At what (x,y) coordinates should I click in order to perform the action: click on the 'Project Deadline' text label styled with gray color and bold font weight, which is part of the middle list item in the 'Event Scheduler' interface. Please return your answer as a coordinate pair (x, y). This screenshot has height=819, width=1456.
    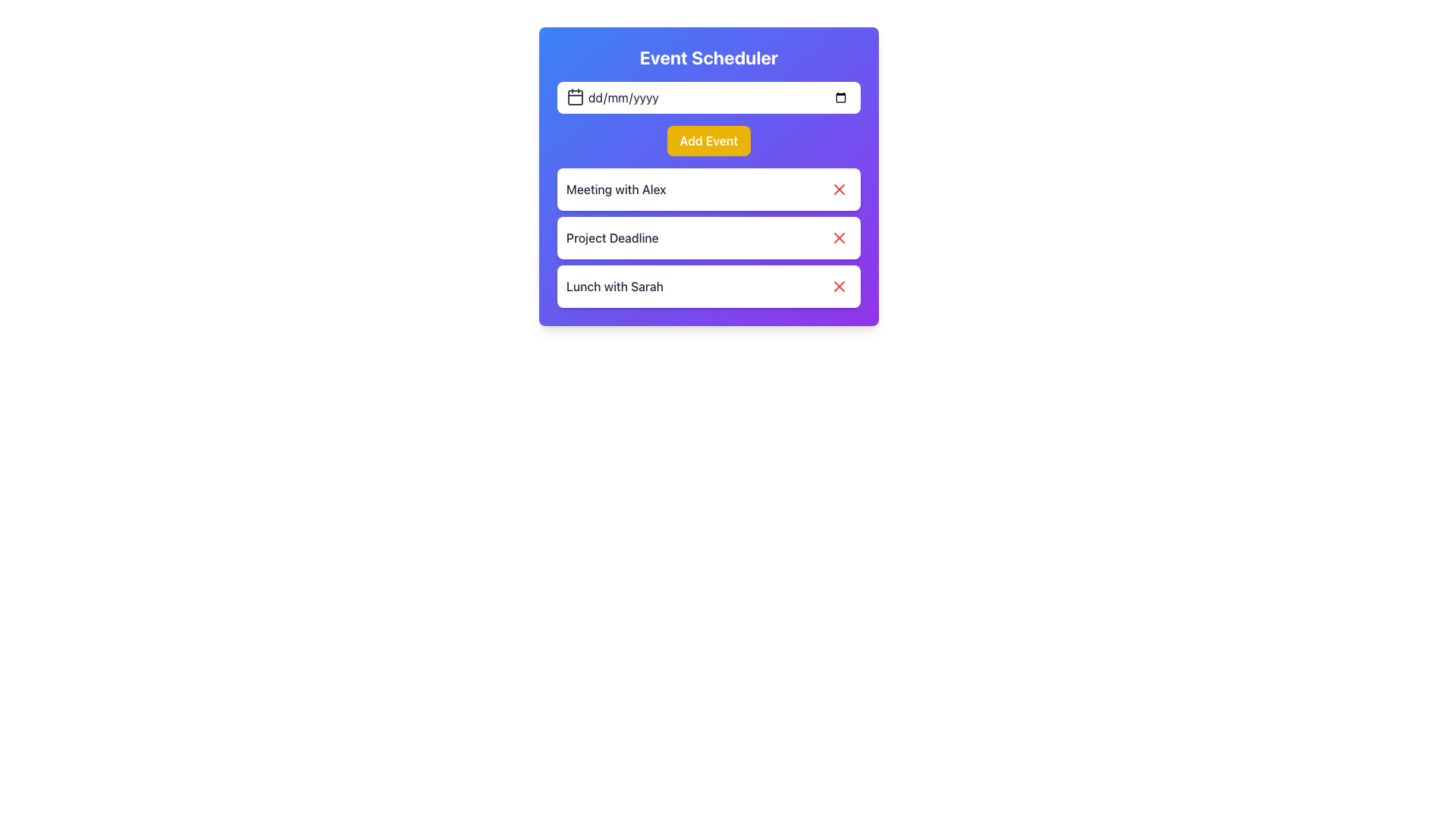
    Looking at the image, I should click on (612, 237).